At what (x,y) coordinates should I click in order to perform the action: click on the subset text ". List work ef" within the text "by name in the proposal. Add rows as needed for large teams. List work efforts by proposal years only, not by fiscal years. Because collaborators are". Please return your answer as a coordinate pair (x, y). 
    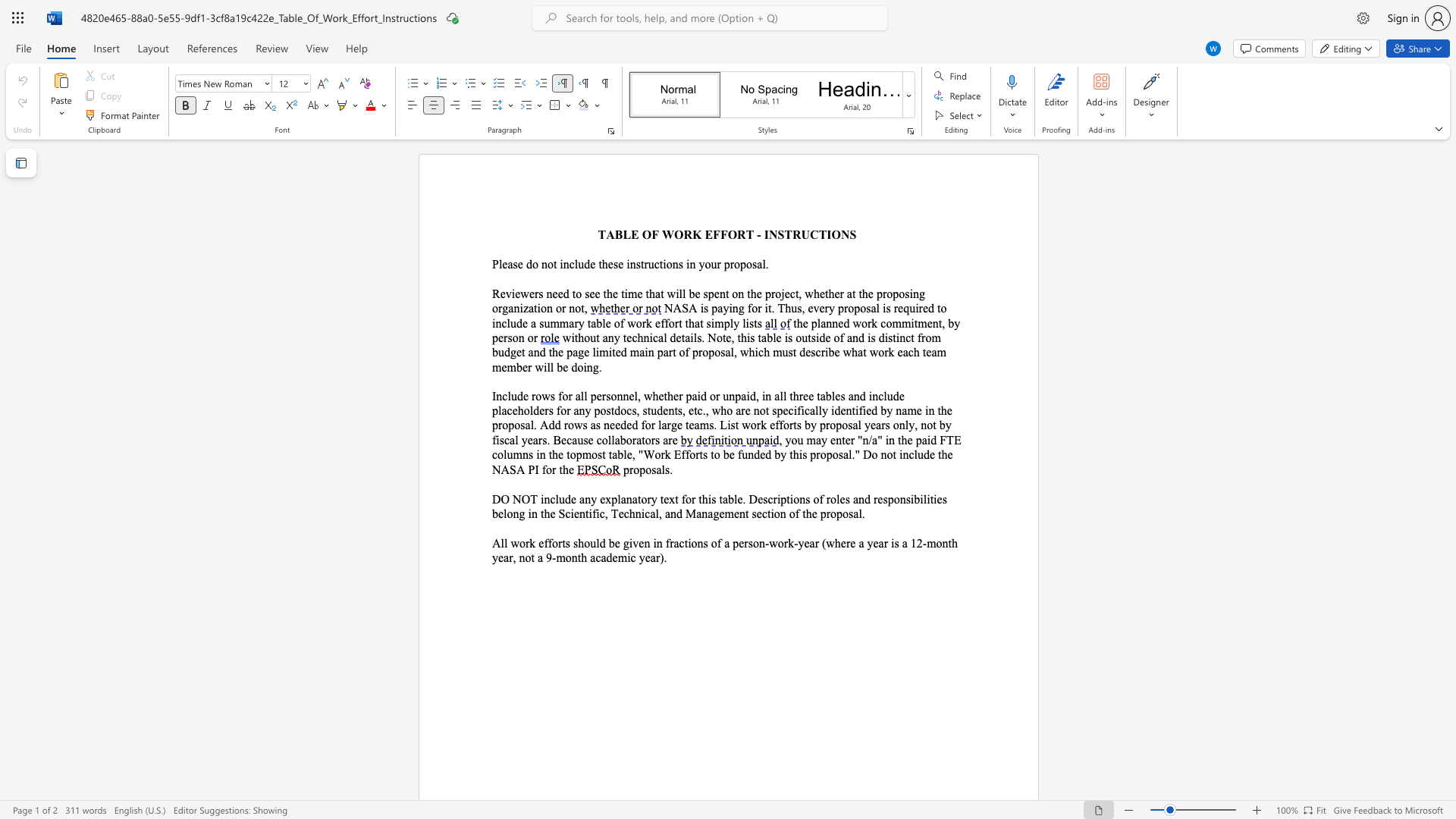
    Looking at the image, I should click on (713, 425).